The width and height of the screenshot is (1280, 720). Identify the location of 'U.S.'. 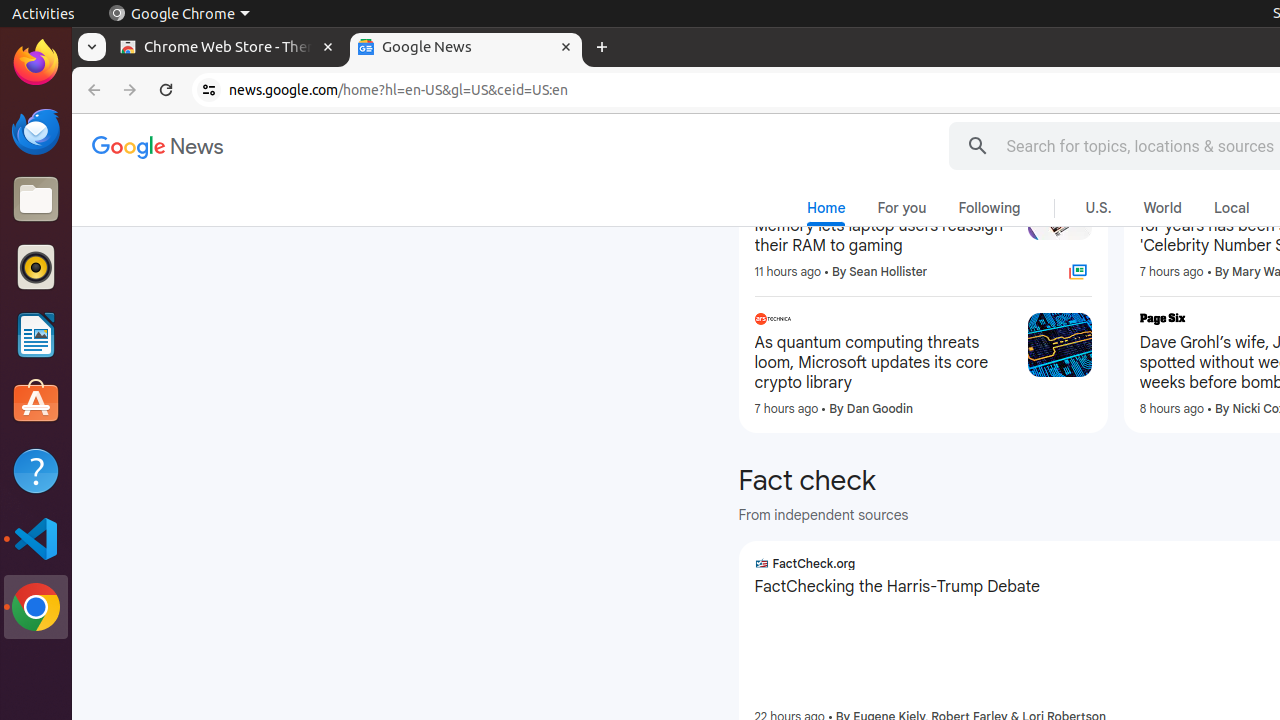
(1097, 208).